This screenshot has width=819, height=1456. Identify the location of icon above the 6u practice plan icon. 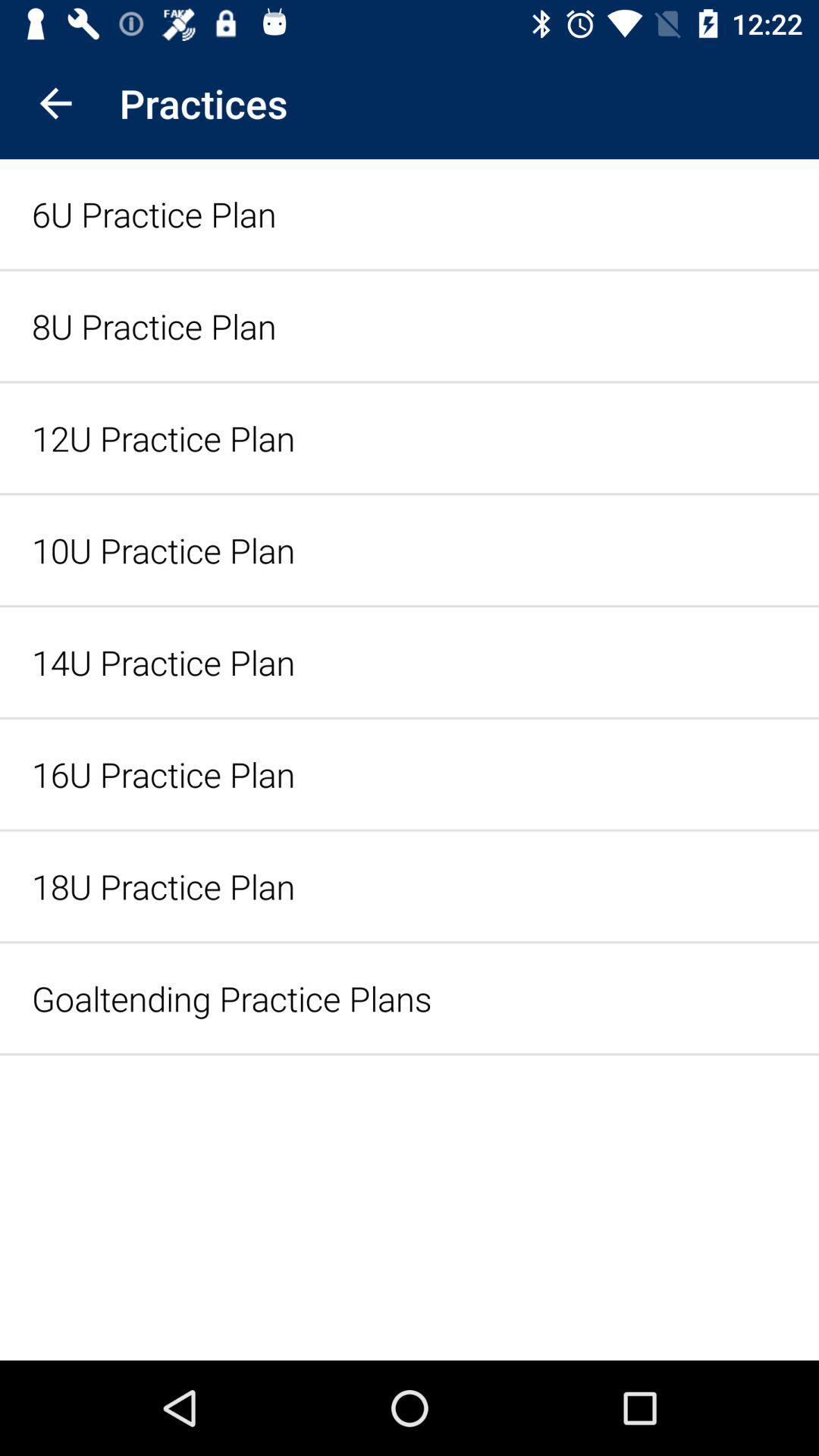
(55, 102).